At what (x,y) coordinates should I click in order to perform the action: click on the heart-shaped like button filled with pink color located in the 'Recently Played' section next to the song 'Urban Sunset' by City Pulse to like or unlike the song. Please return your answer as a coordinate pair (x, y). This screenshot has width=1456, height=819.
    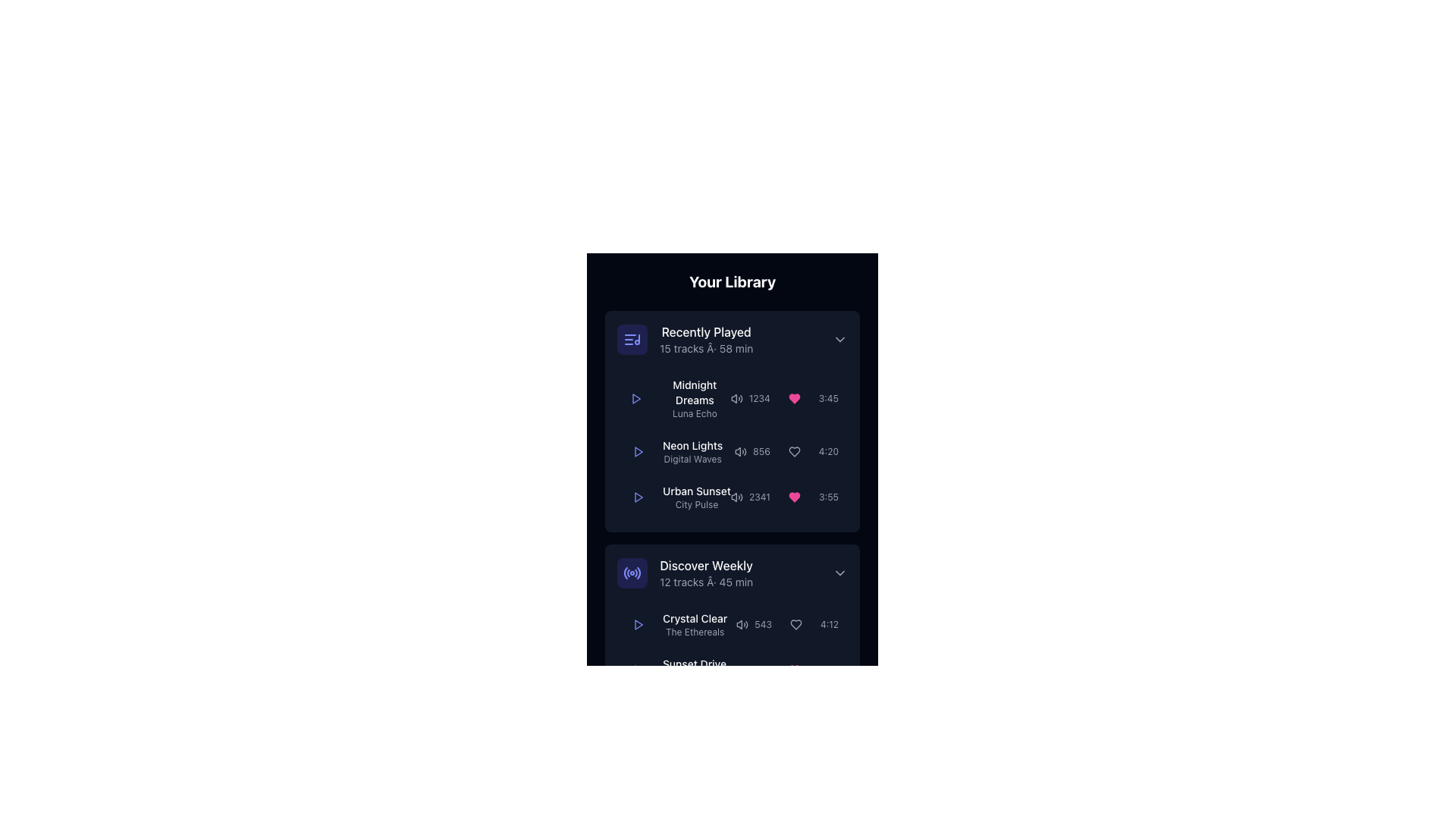
    Looking at the image, I should click on (793, 497).